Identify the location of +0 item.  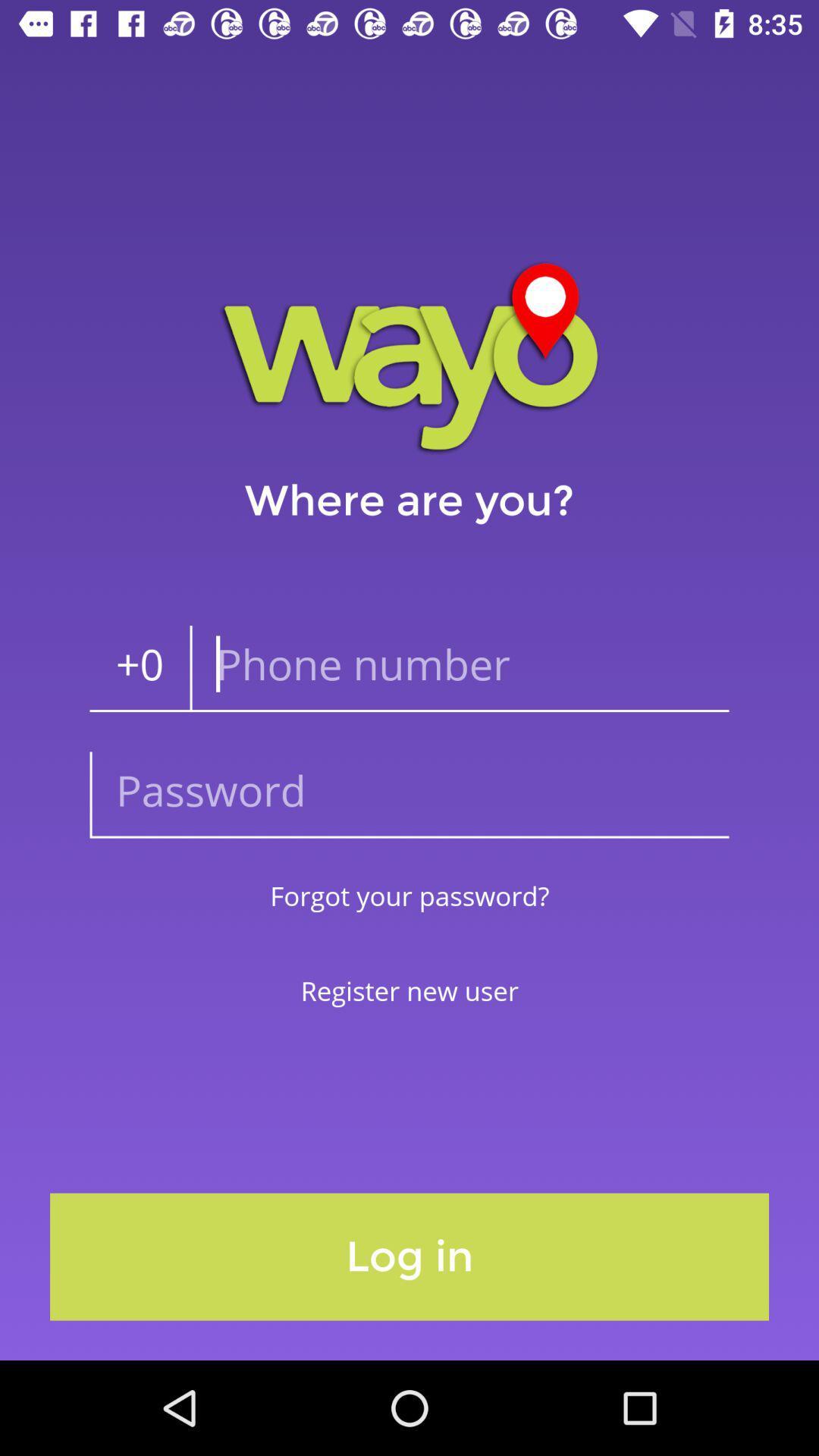
(140, 668).